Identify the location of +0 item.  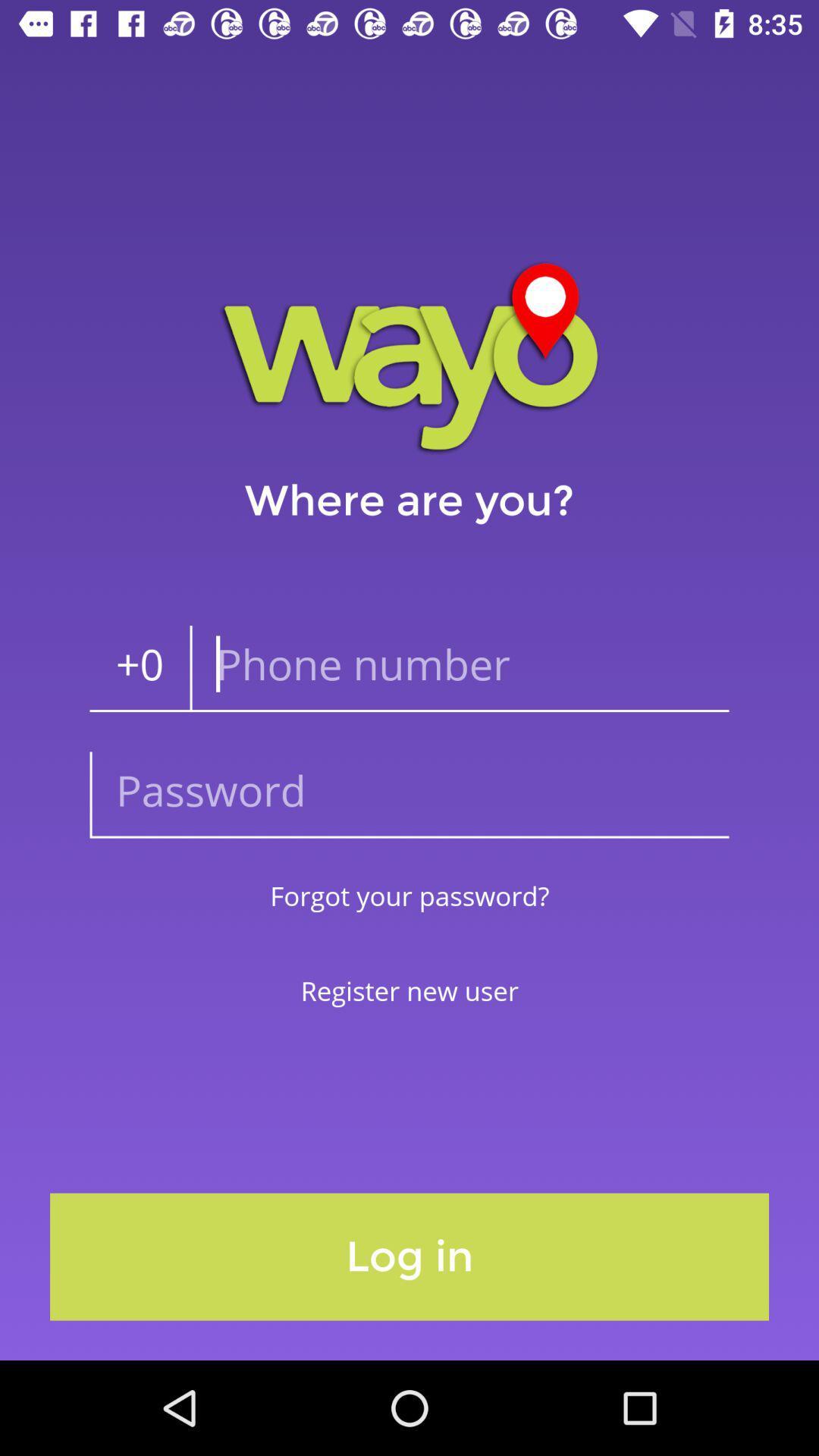
(140, 668).